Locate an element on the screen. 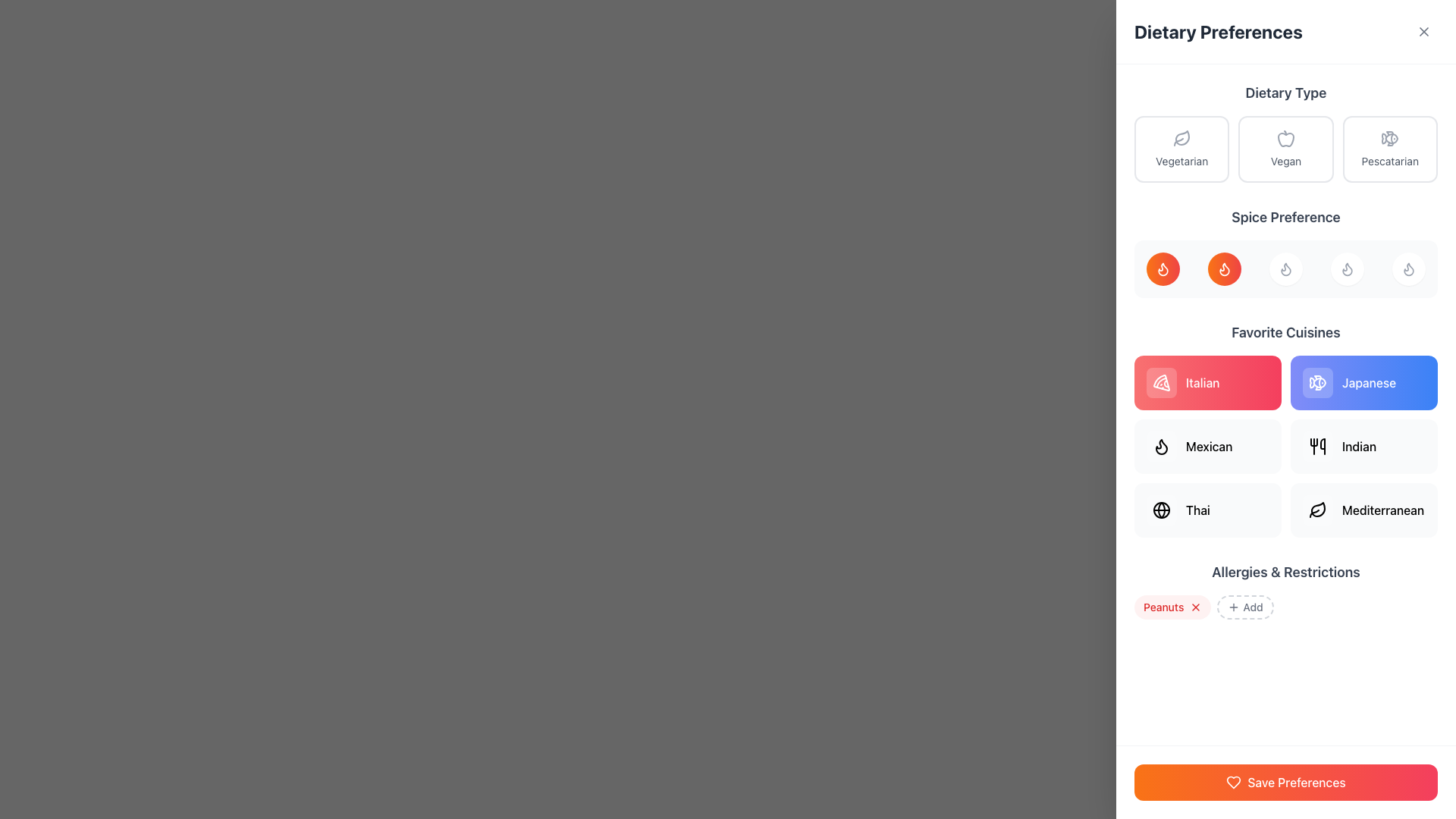 The height and width of the screenshot is (819, 1456). the interactive circular button representing level 2 of spiciness is located at coordinates (1224, 268).